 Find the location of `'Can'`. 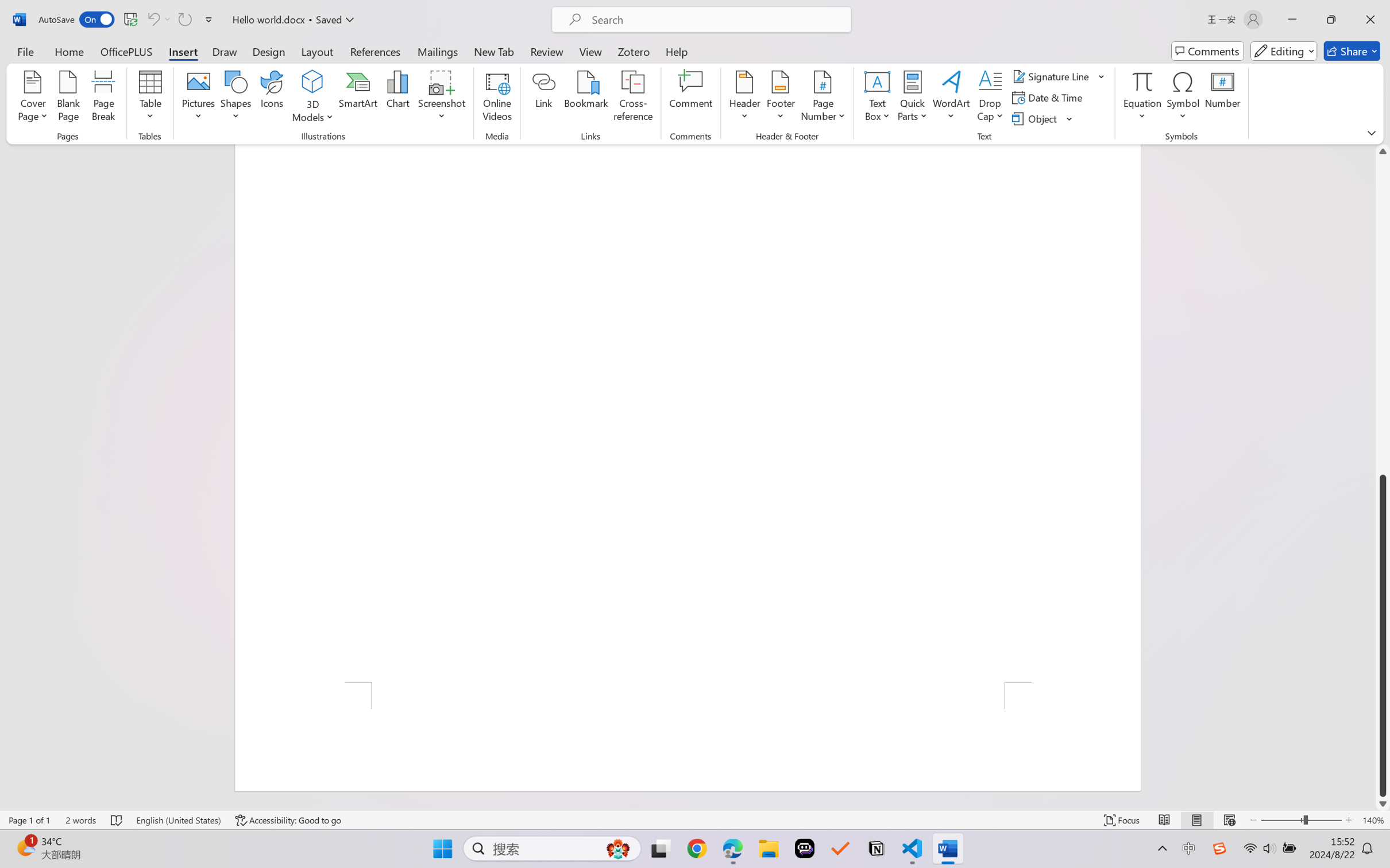

'Can' is located at coordinates (152, 19).